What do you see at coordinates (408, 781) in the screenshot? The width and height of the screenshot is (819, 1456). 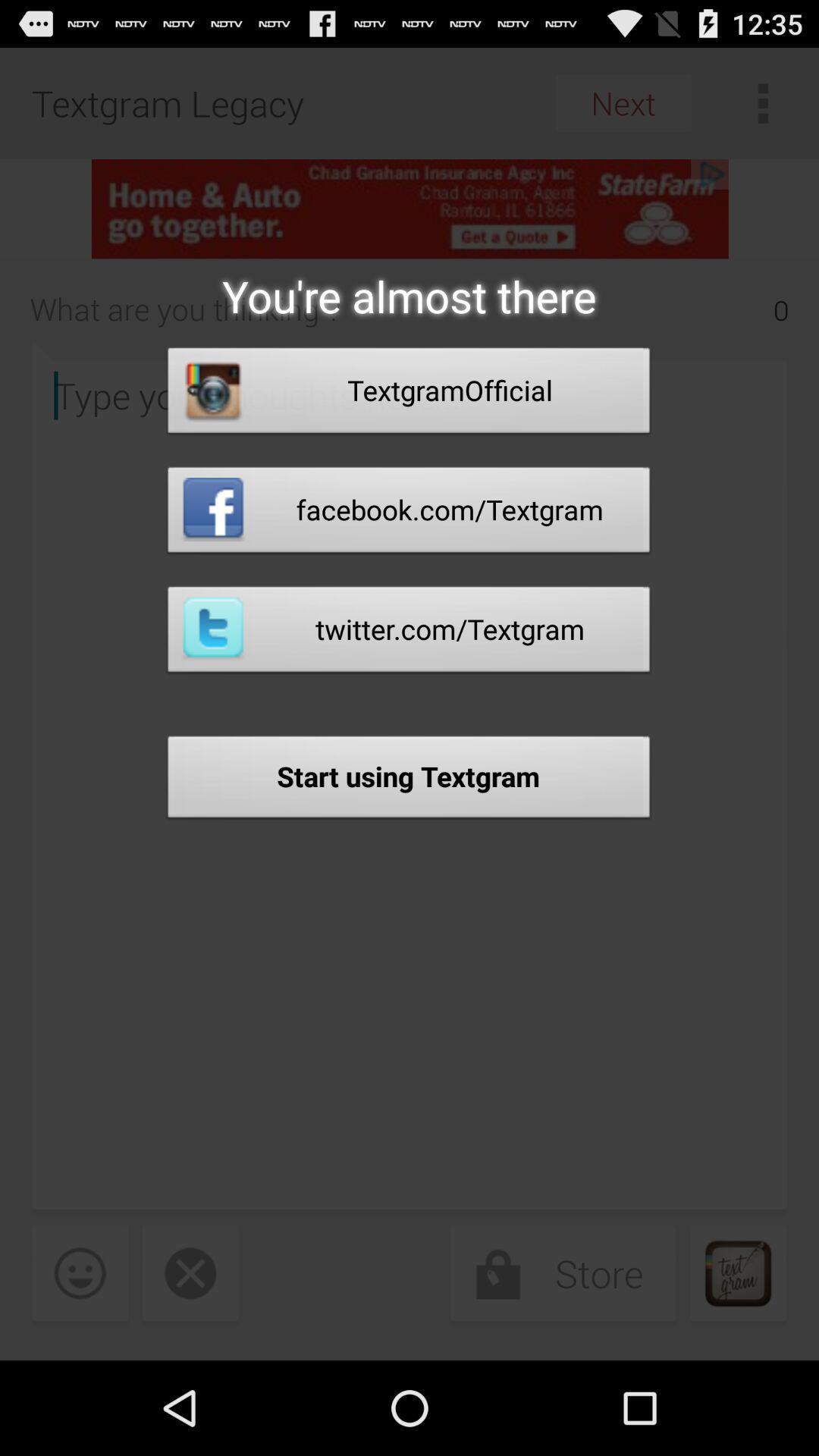 I see `the start using textgram item` at bounding box center [408, 781].